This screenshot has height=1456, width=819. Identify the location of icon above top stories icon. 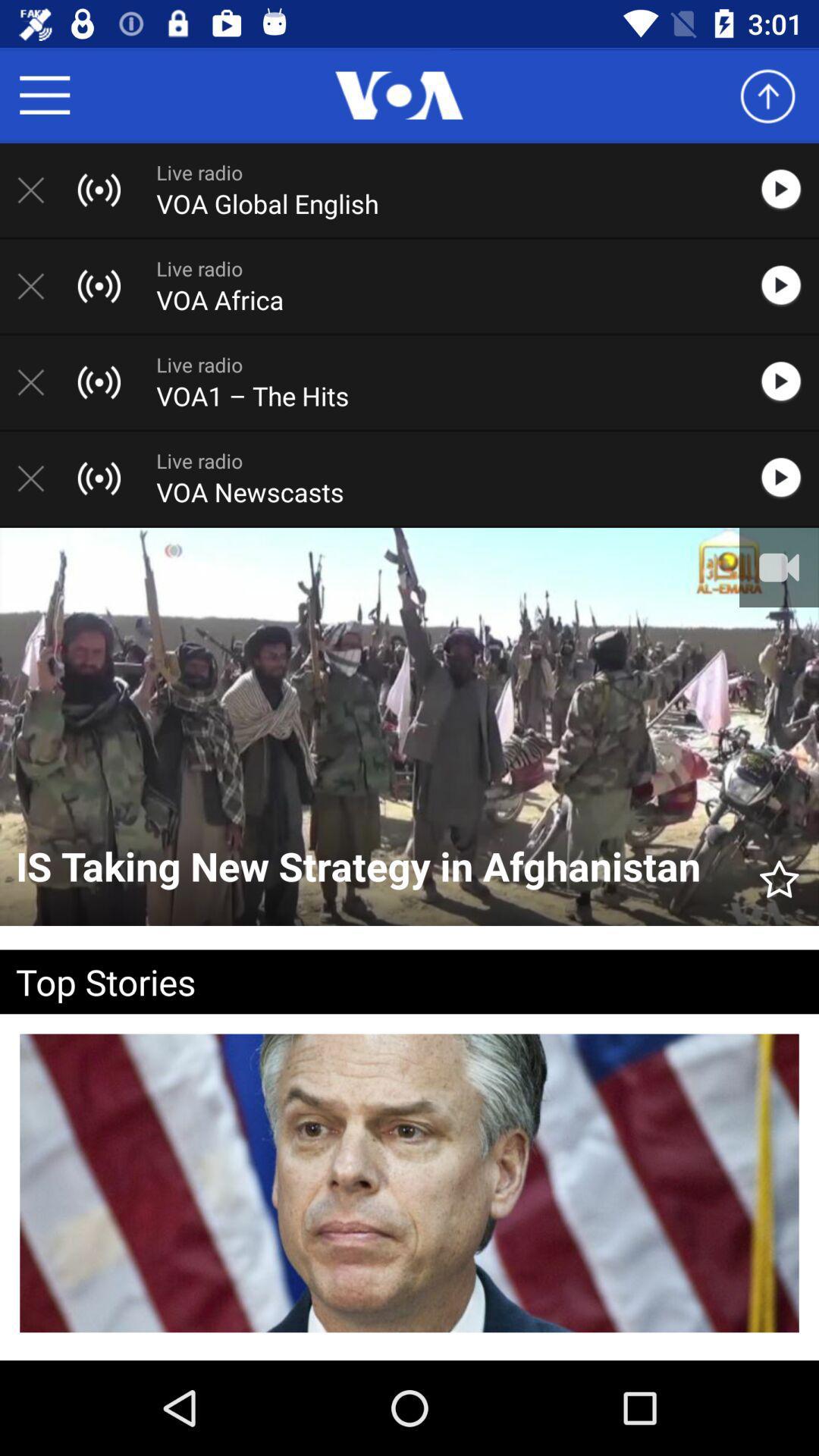
(377, 868).